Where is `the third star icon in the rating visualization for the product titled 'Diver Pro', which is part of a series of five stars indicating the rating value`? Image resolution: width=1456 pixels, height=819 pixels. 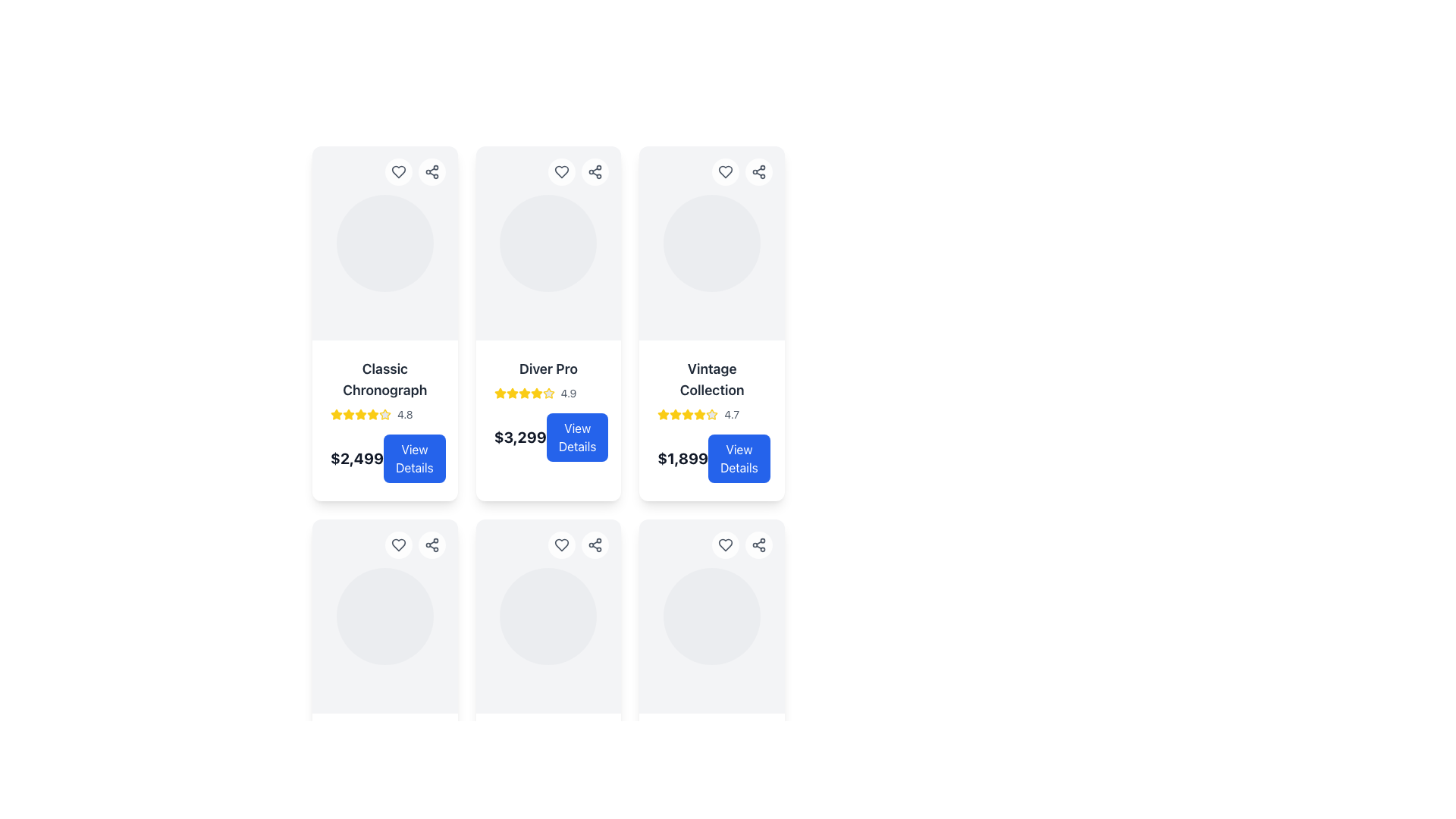 the third star icon in the rating visualization for the product titled 'Diver Pro', which is part of a series of five stars indicating the rating value is located at coordinates (512, 393).